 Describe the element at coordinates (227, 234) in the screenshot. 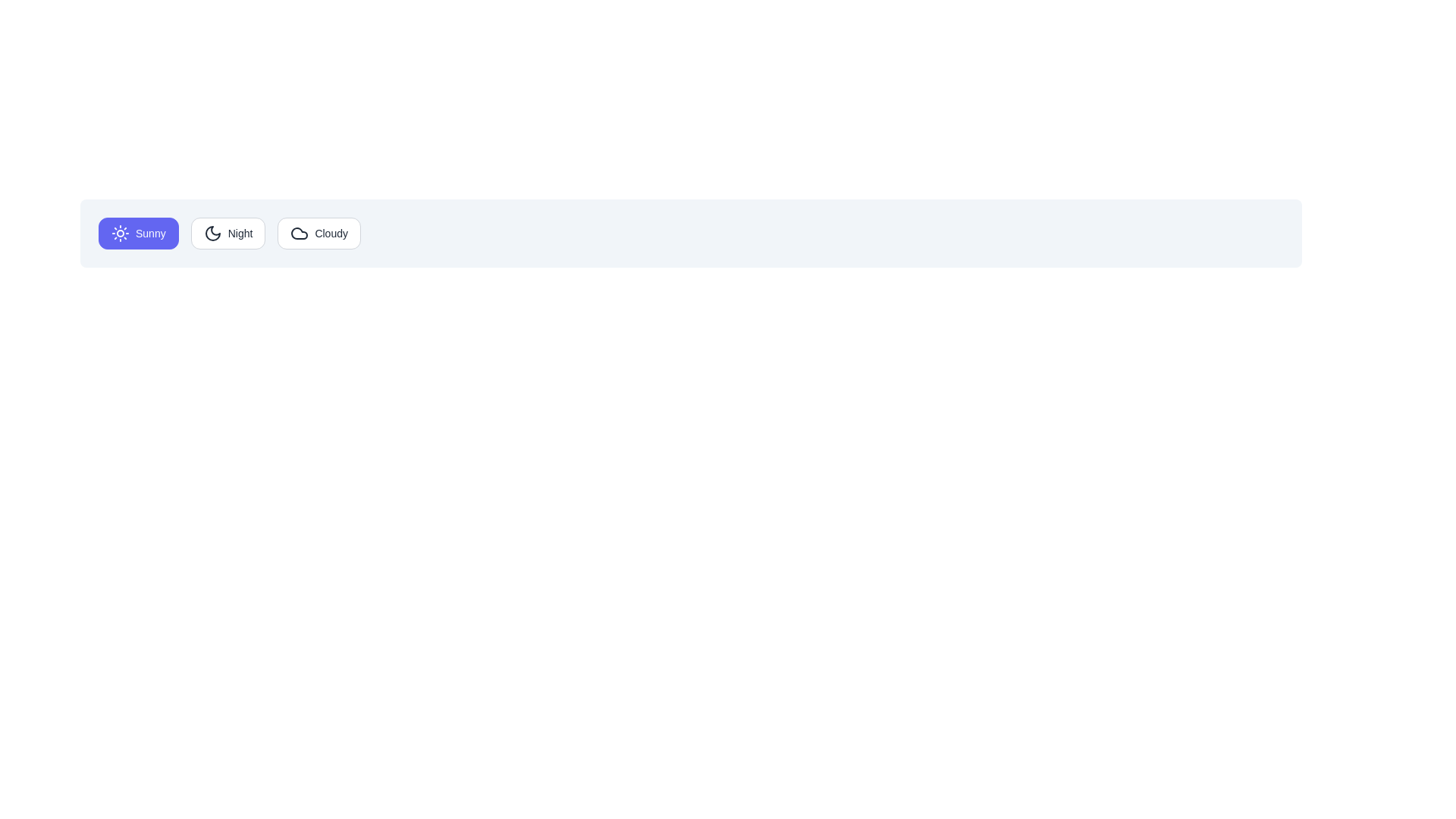

I see `the Night button to observe its hover state` at that location.